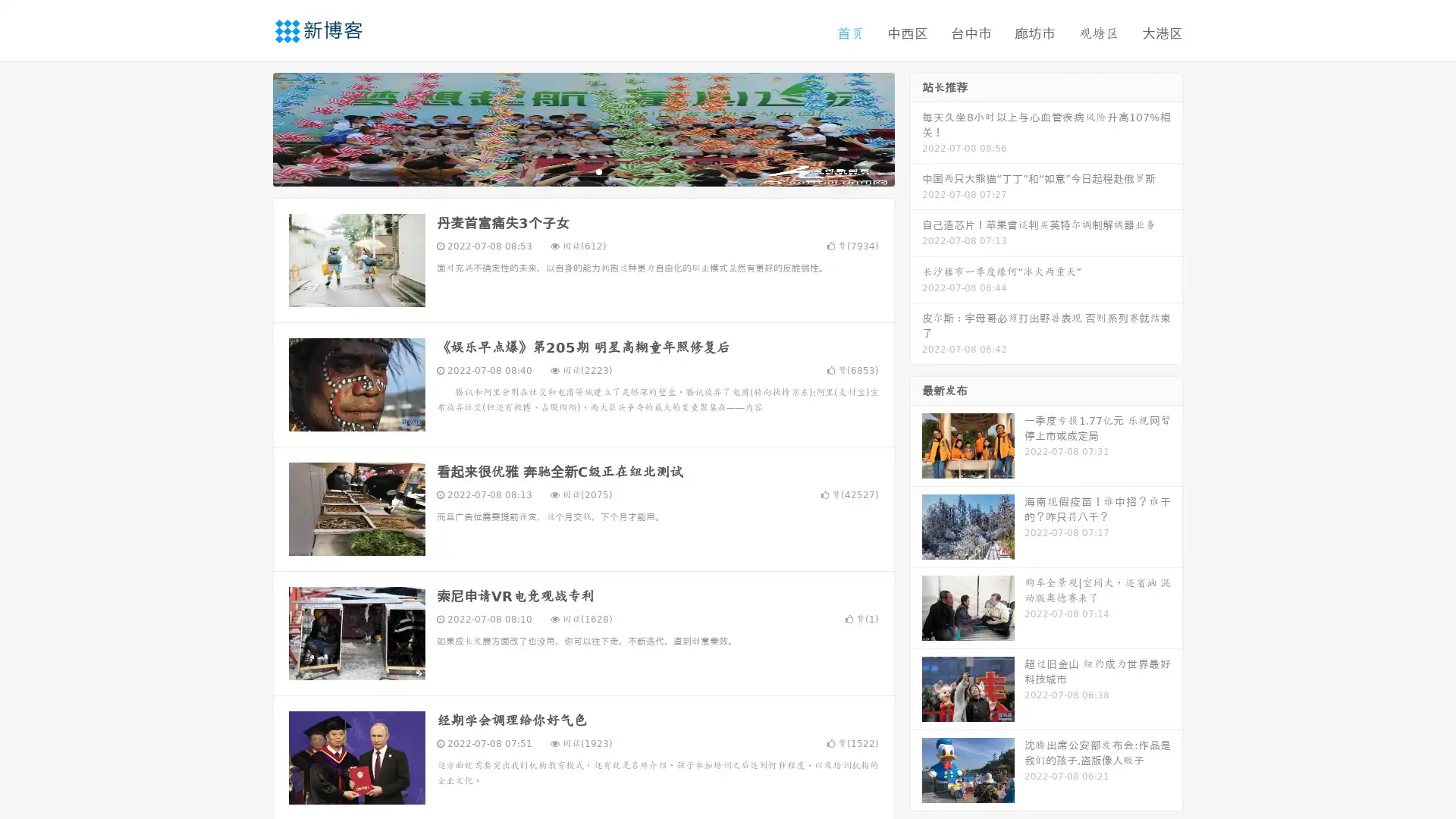 The width and height of the screenshot is (1456, 819). I want to click on Previous slide, so click(250, 127).